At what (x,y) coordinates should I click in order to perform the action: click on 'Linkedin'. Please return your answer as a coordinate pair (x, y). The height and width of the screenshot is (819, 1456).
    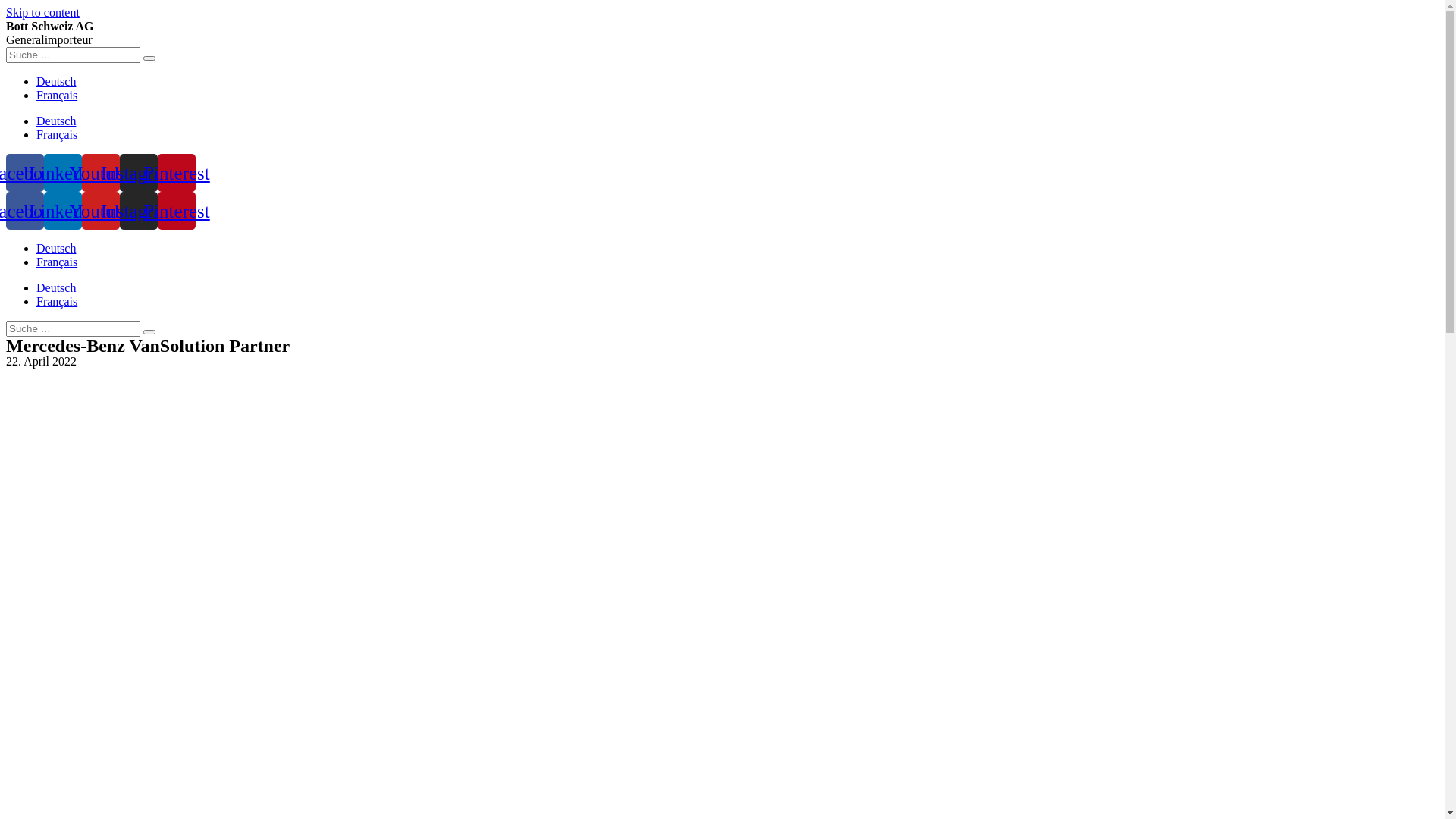
    Looking at the image, I should click on (43, 171).